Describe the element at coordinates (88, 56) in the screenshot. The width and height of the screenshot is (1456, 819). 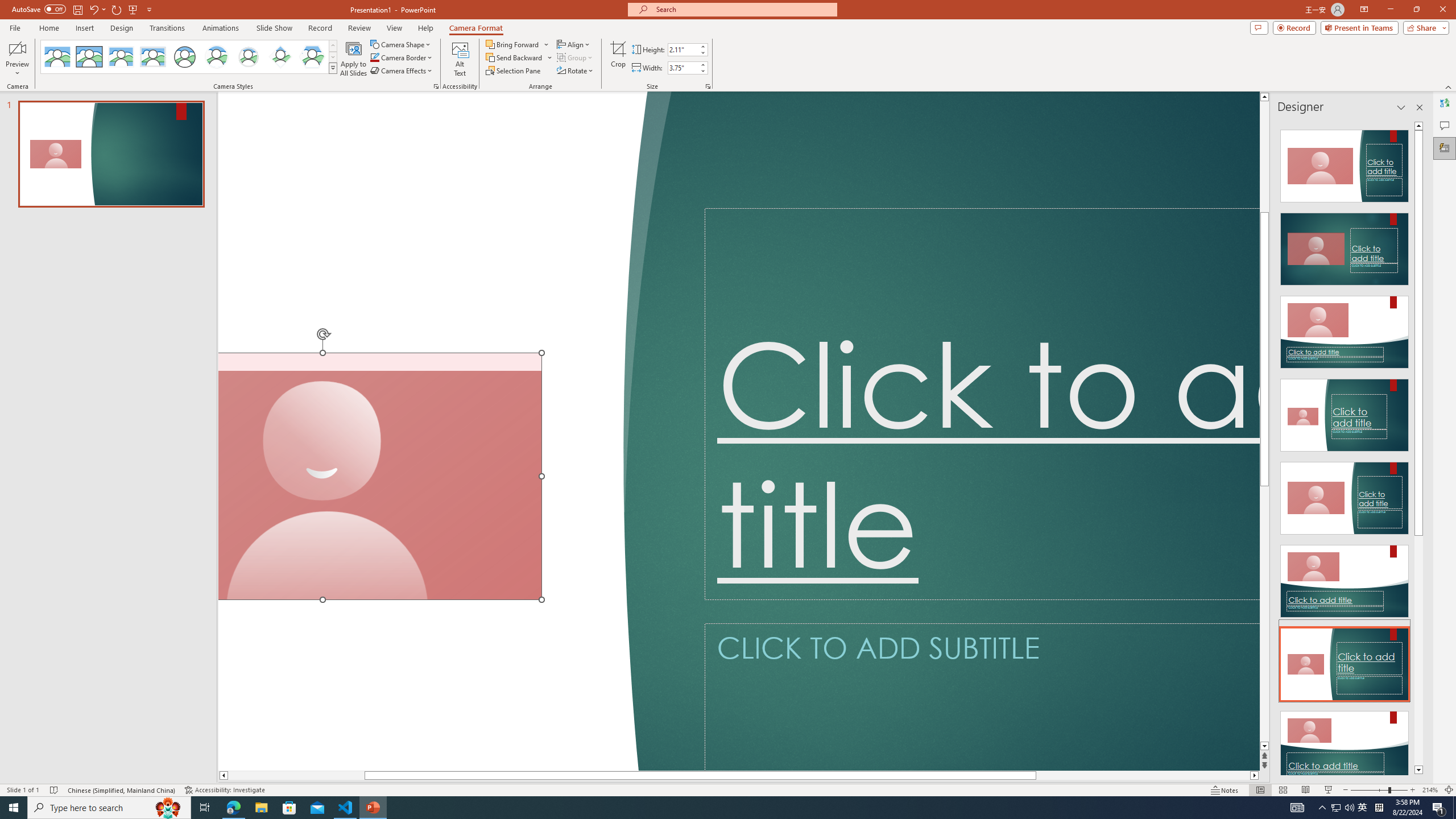
I see `'Simple Frame Rectangle'` at that location.